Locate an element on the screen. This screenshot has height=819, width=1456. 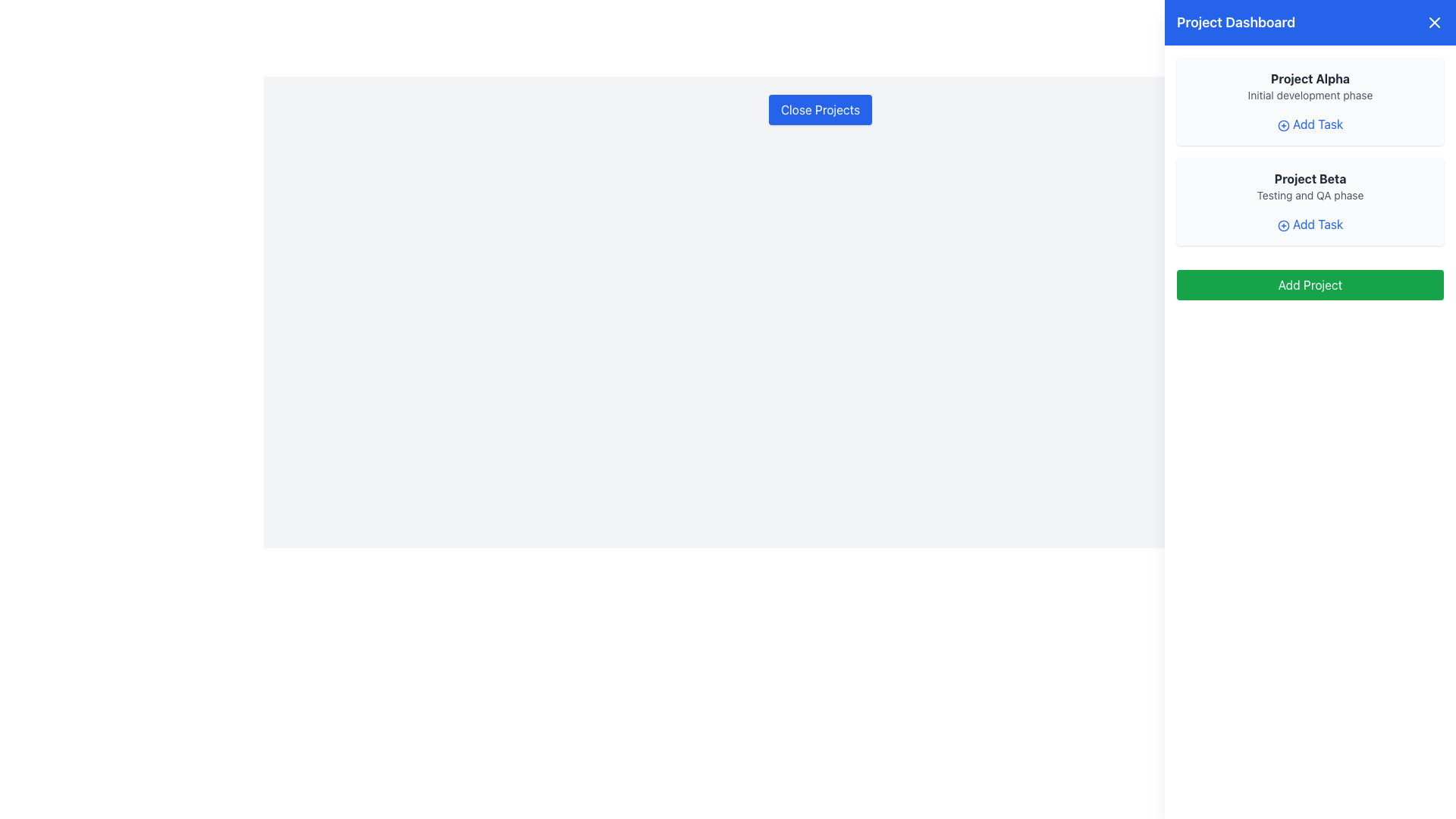
the SVG circle icon located to the left of the 'Add Task' text under 'Project Beta' in the sidebar, which signifies the ability to add a task is located at coordinates (1282, 225).